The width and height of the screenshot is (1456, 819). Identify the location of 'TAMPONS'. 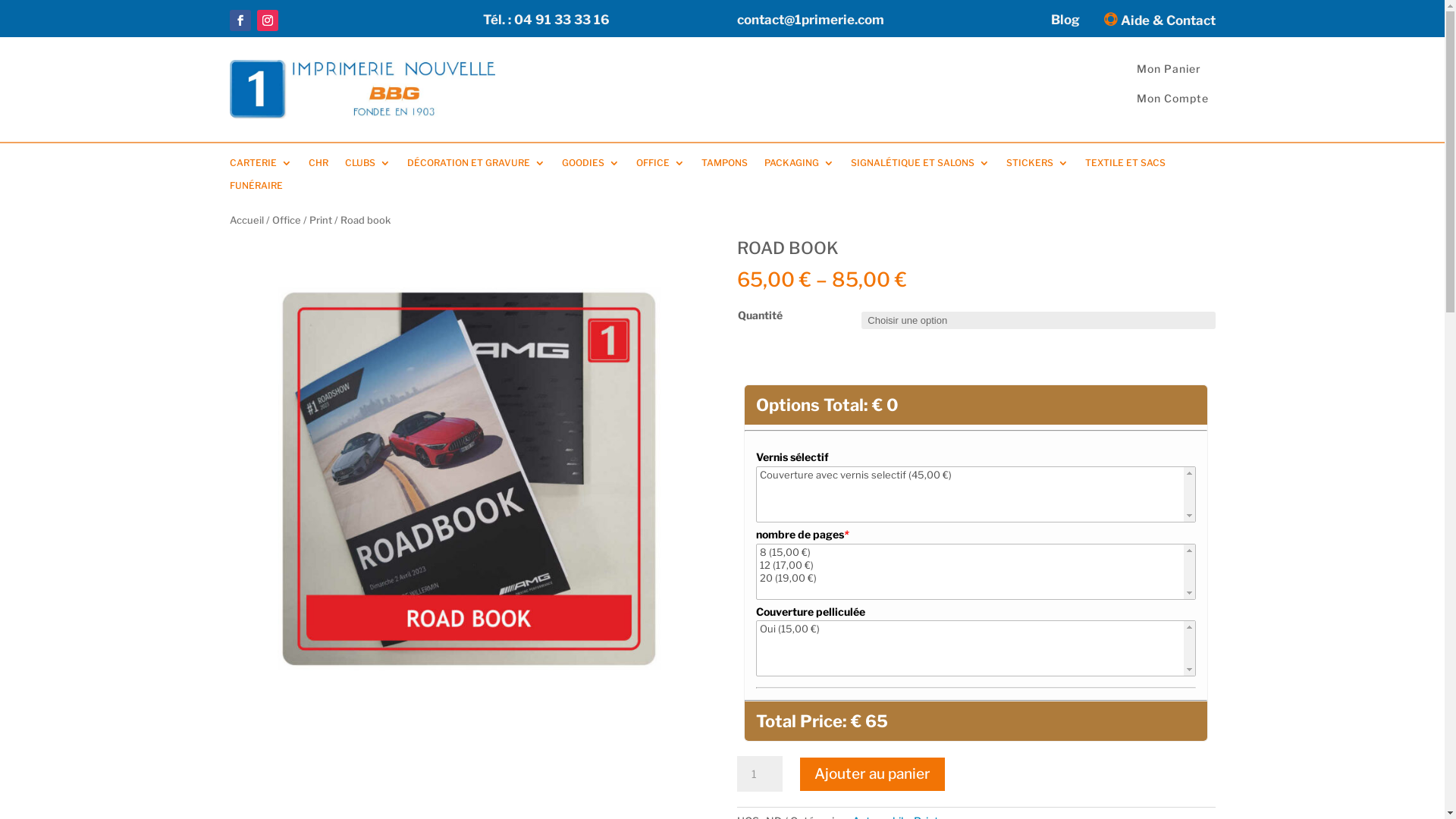
(723, 166).